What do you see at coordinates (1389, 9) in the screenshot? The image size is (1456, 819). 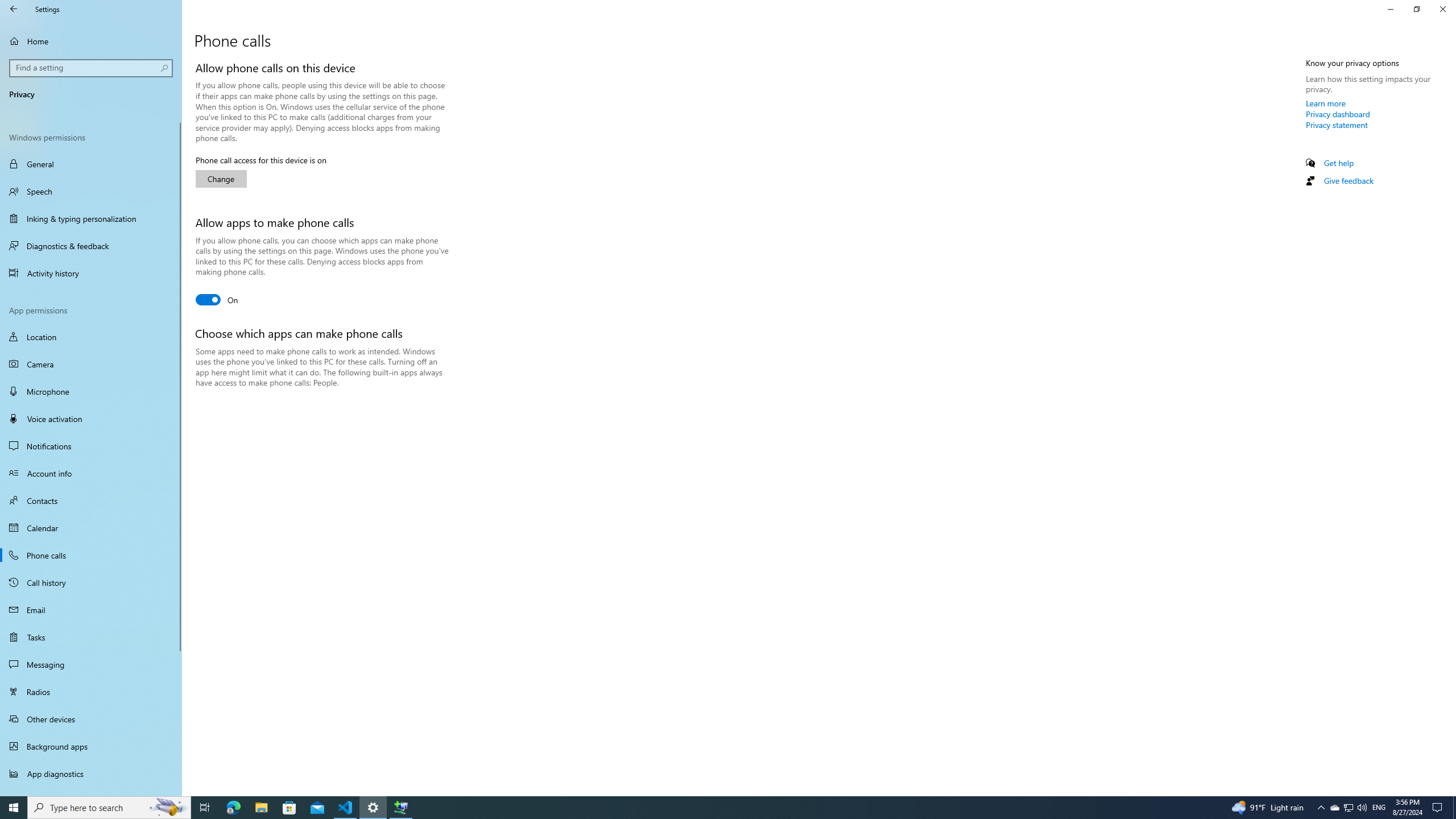 I see `'Minimize Settings'` at bounding box center [1389, 9].